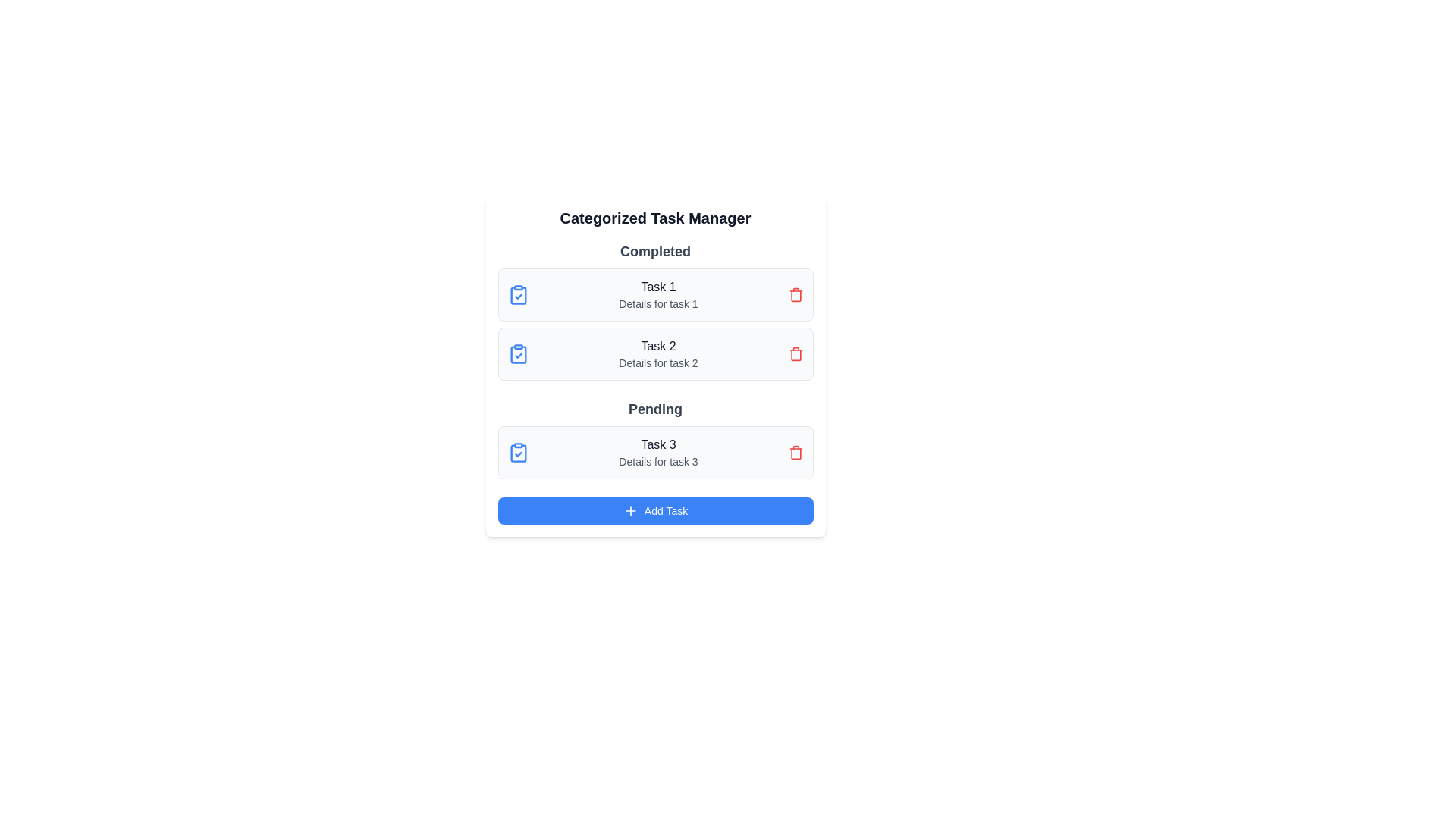 The width and height of the screenshot is (1456, 819). What do you see at coordinates (655, 409) in the screenshot?
I see `the category title Pending to focus on it` at bounding box center [655, 409].